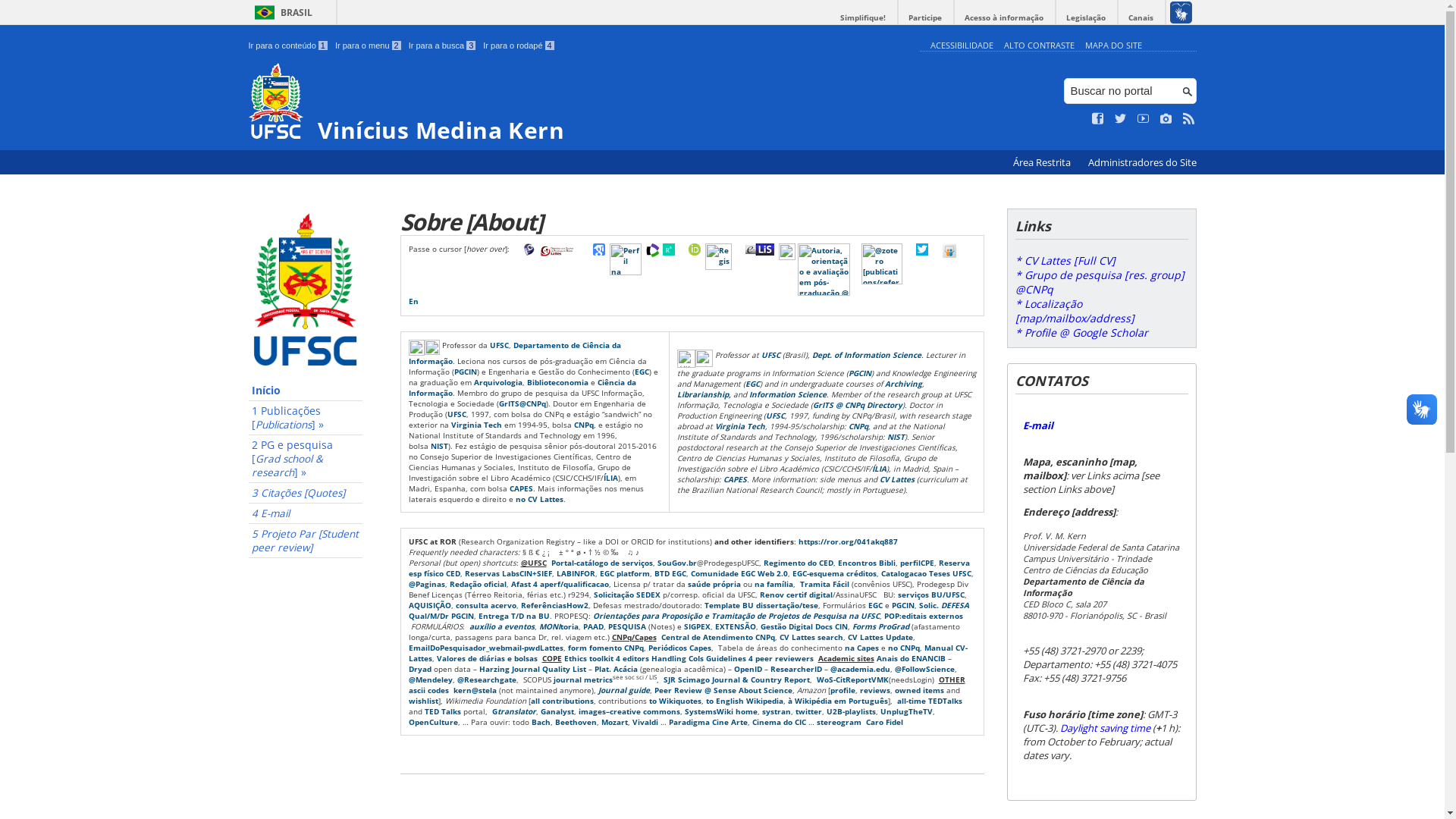  Describe the element at coordinates (779, 721) in the screenshot. I see `'Cinema do CIC'` at that location.